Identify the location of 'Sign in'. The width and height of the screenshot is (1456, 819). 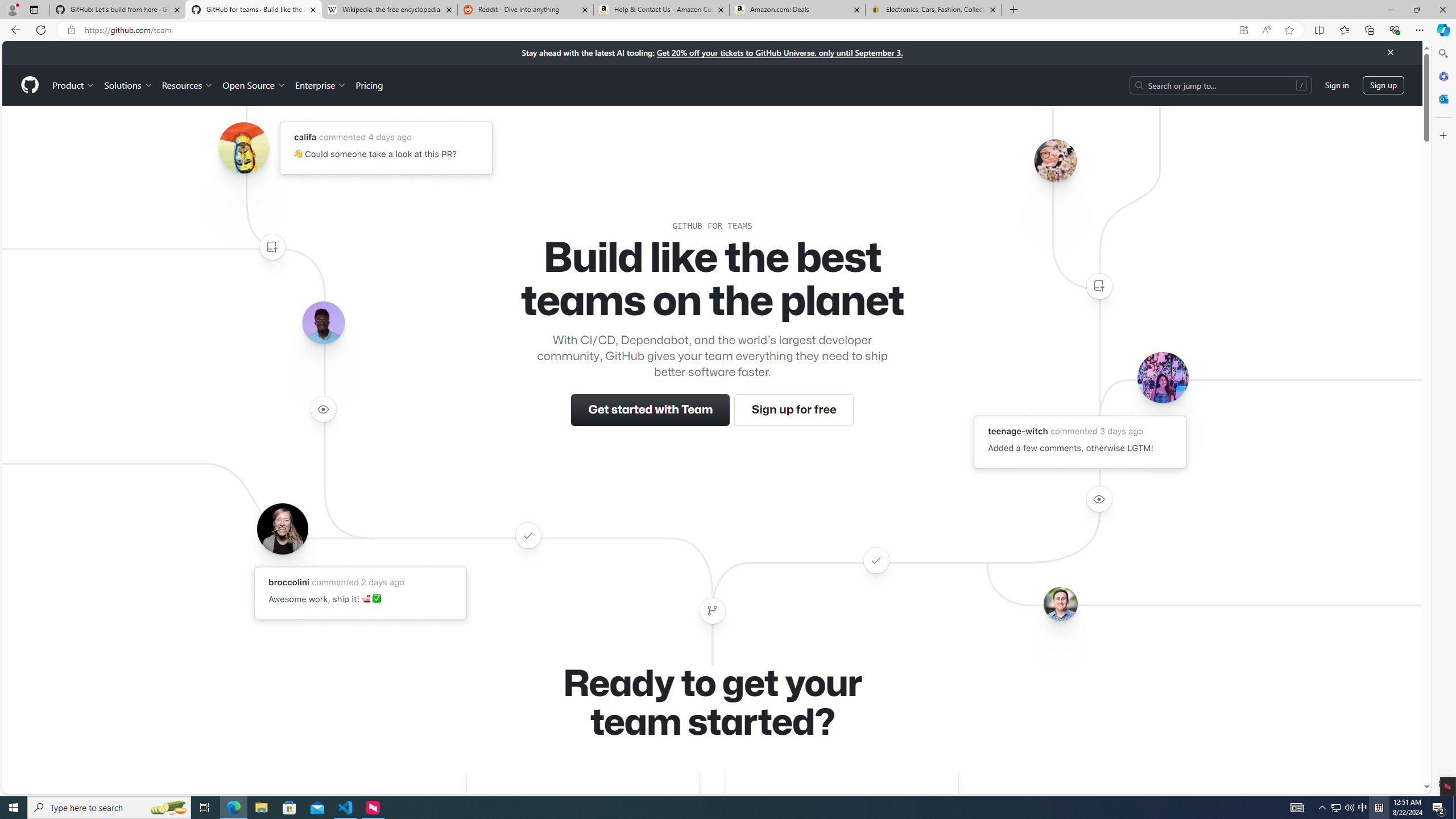
(1337, 85).